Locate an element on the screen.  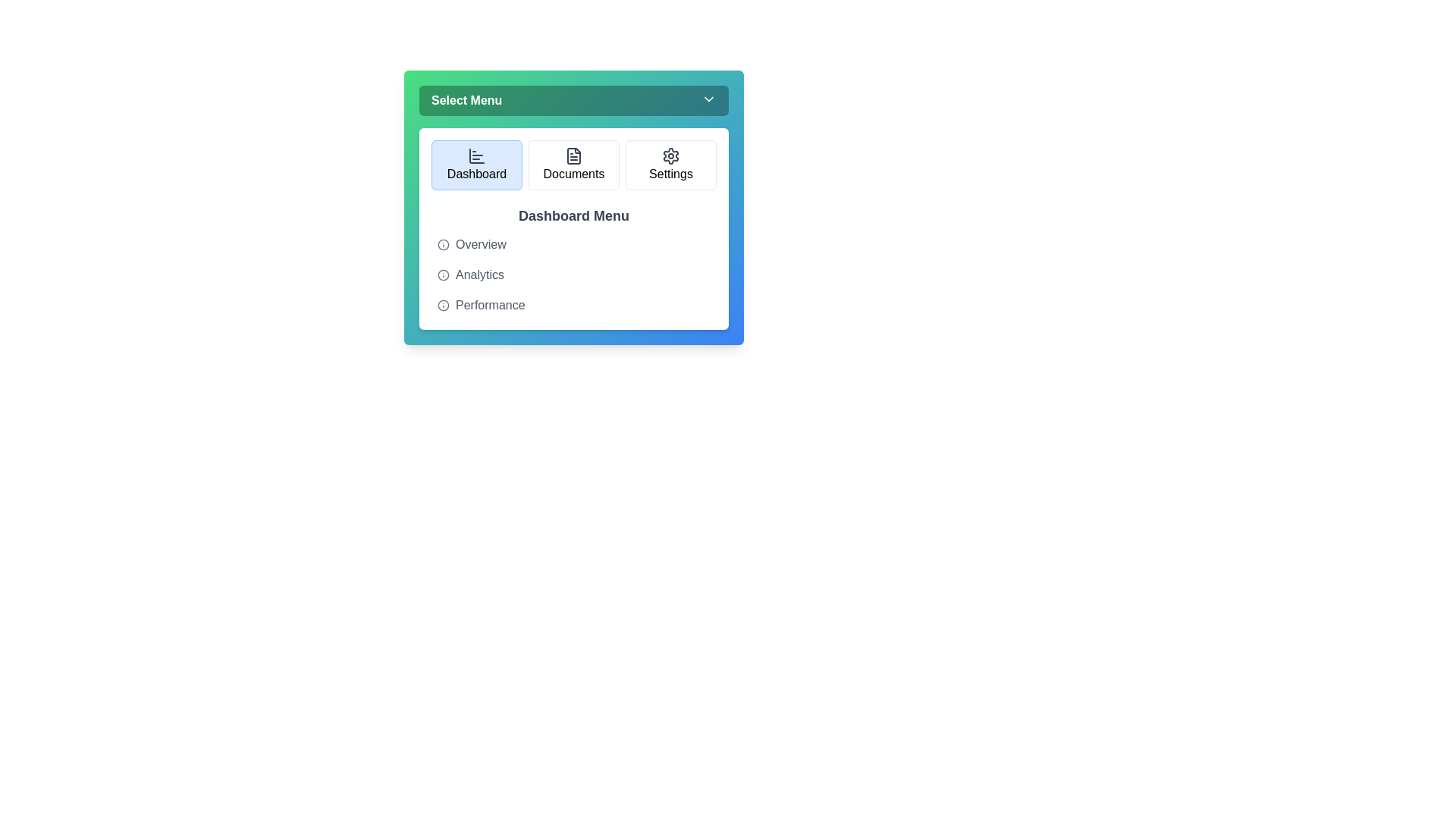
the third menu item labeled 'Performance' in the 'Dashboard Menu' is located at coordinates (573, 305).